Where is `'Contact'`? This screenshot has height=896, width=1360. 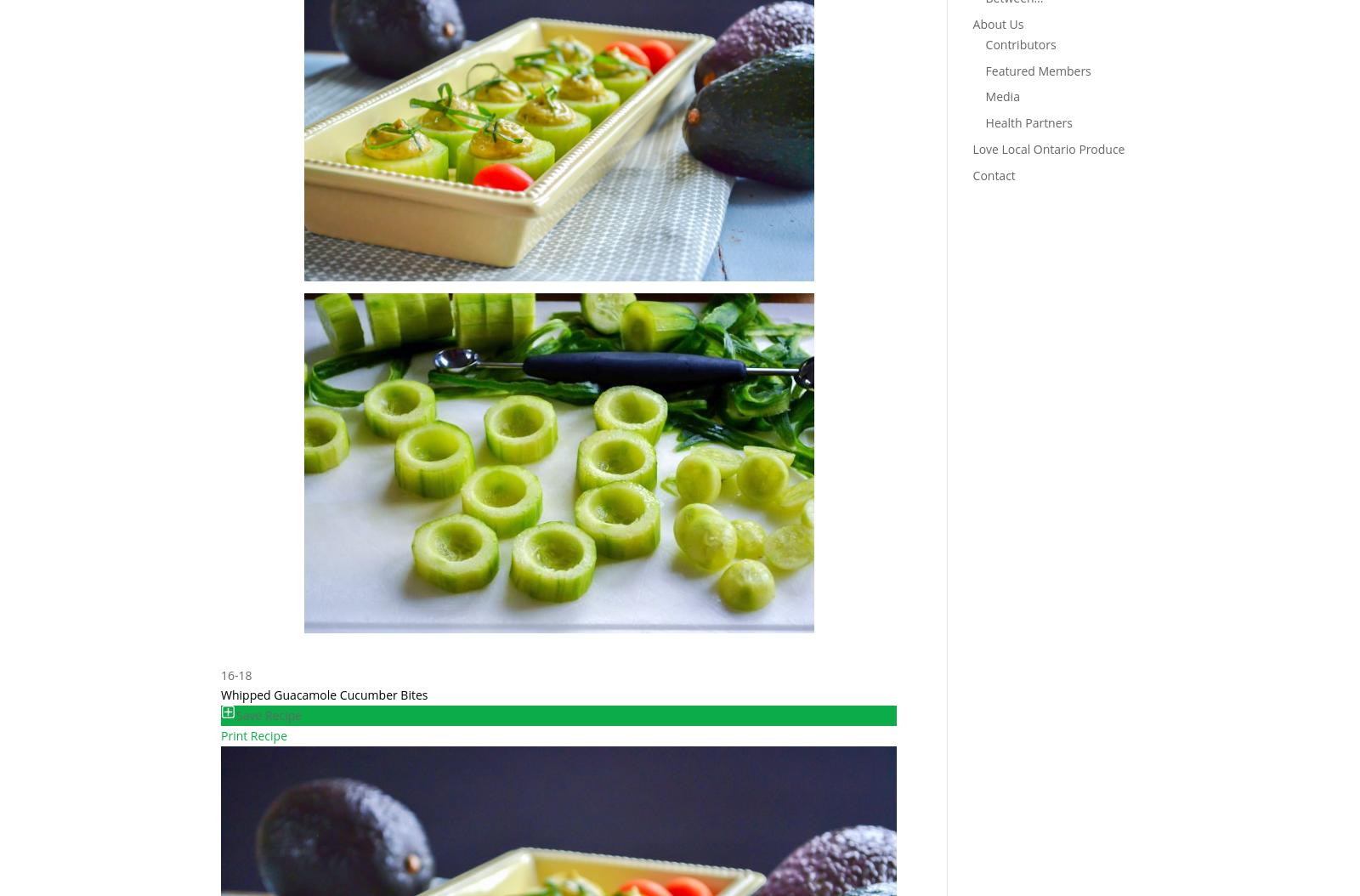 'Contact' is located at coordinates (993, 173).